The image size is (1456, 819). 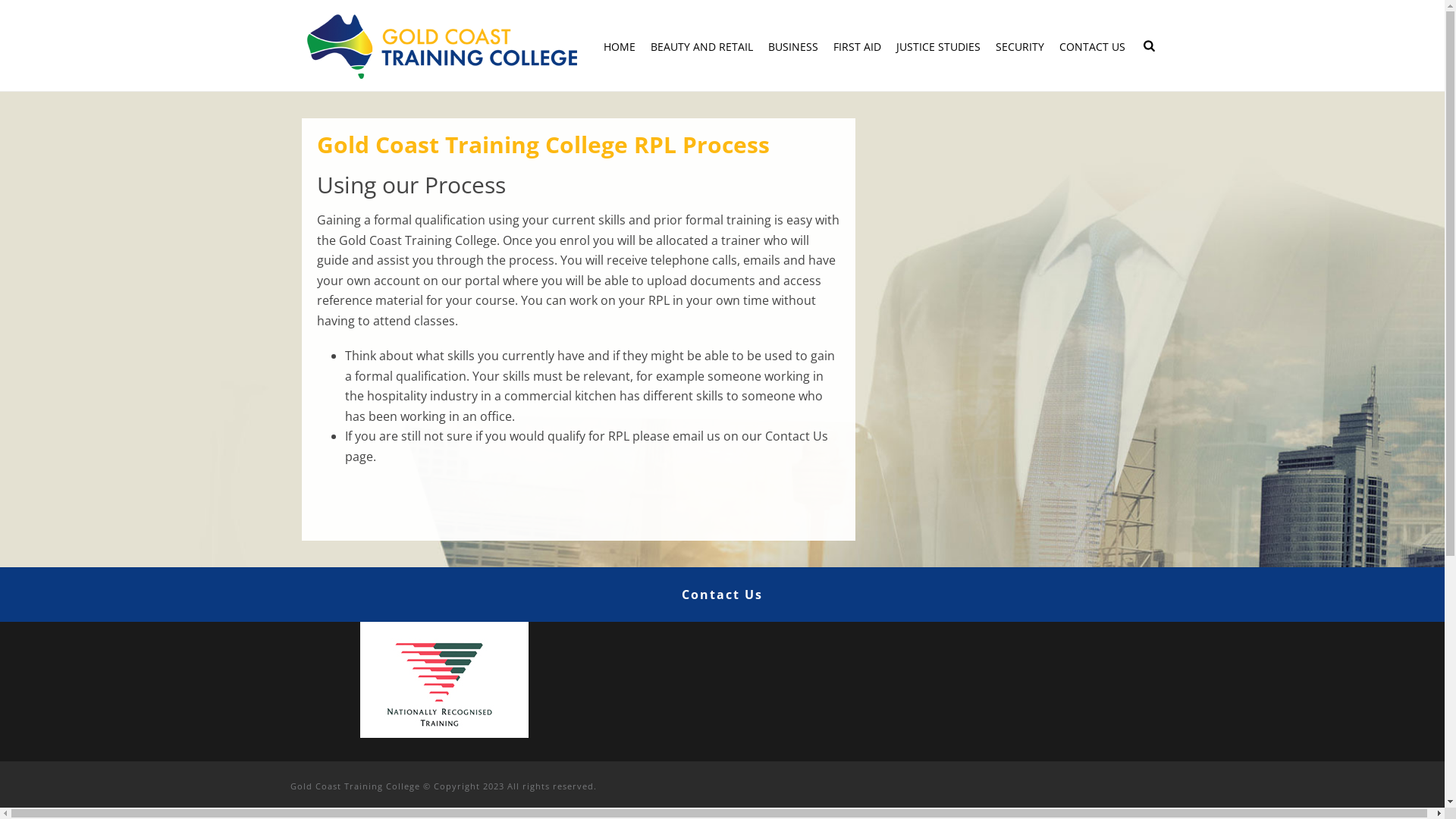 I want to click on 'SECURITY', so click(x=1019, y=45).